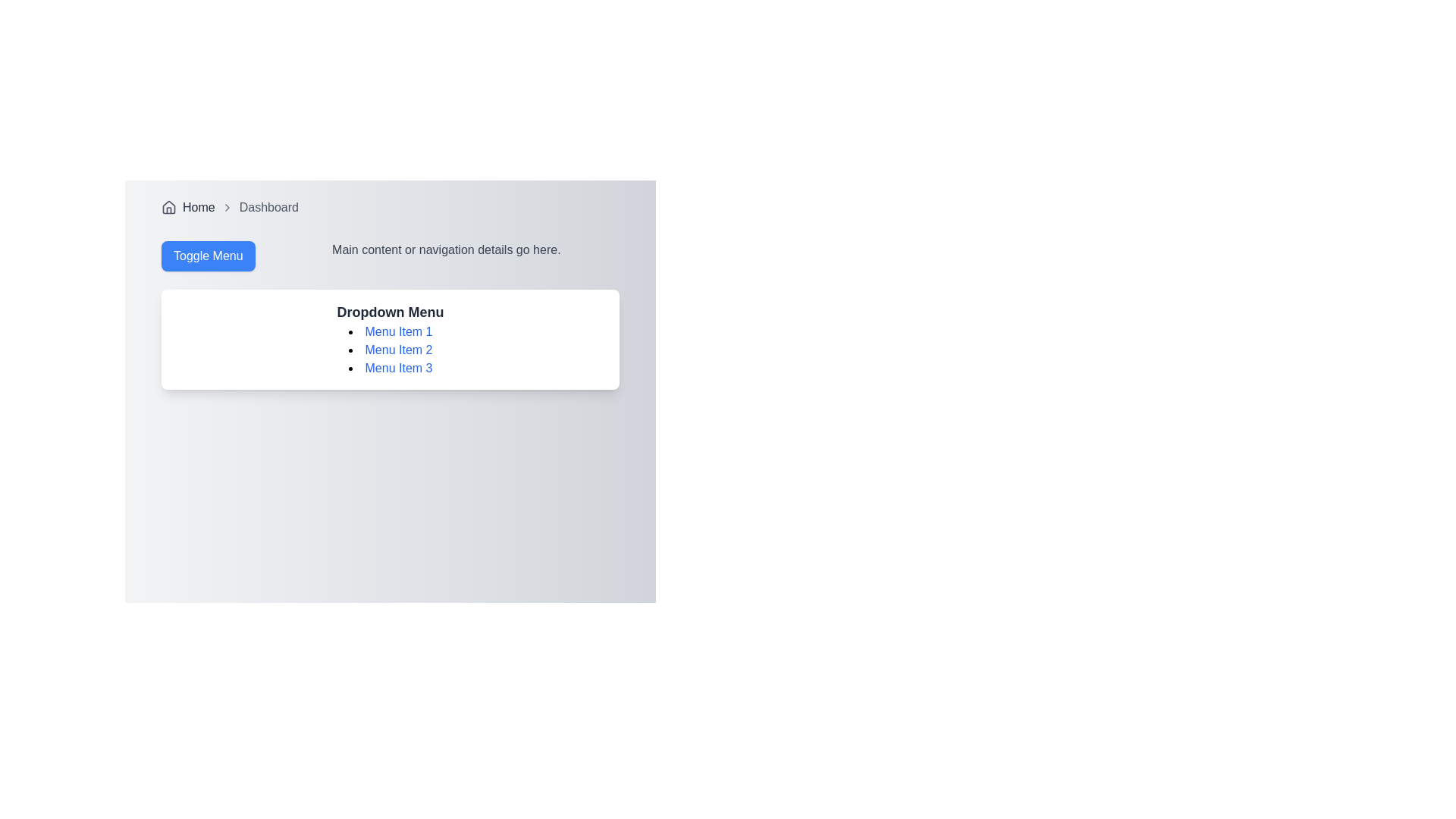 This screenshot has height=819, width=1456. Describe the element at coordinates (207, 256) in the screenshot. I see `the first button on the left side of the navigation bar` at that location.